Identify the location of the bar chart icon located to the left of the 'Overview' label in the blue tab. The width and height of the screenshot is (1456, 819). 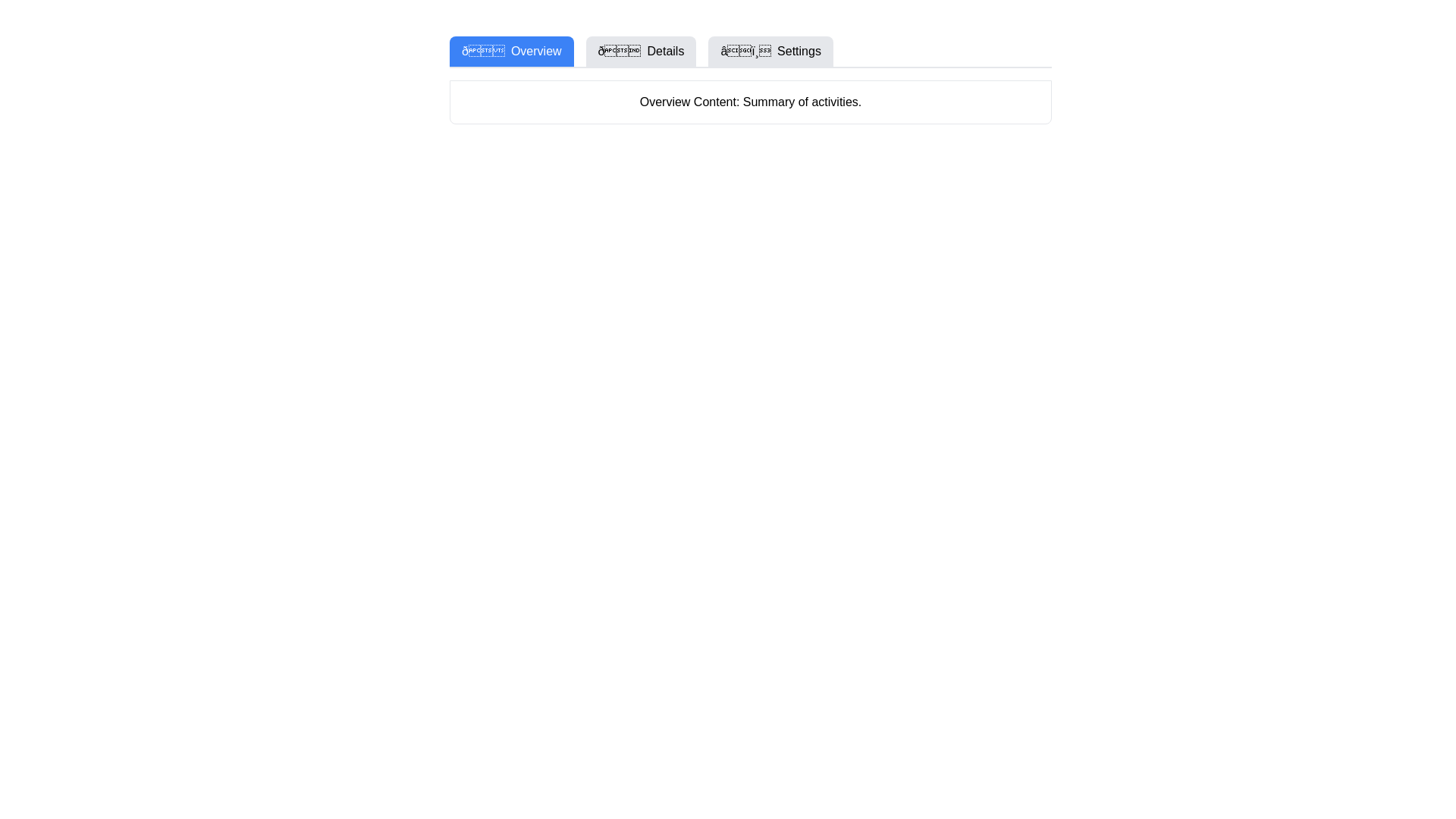
(482, 50).